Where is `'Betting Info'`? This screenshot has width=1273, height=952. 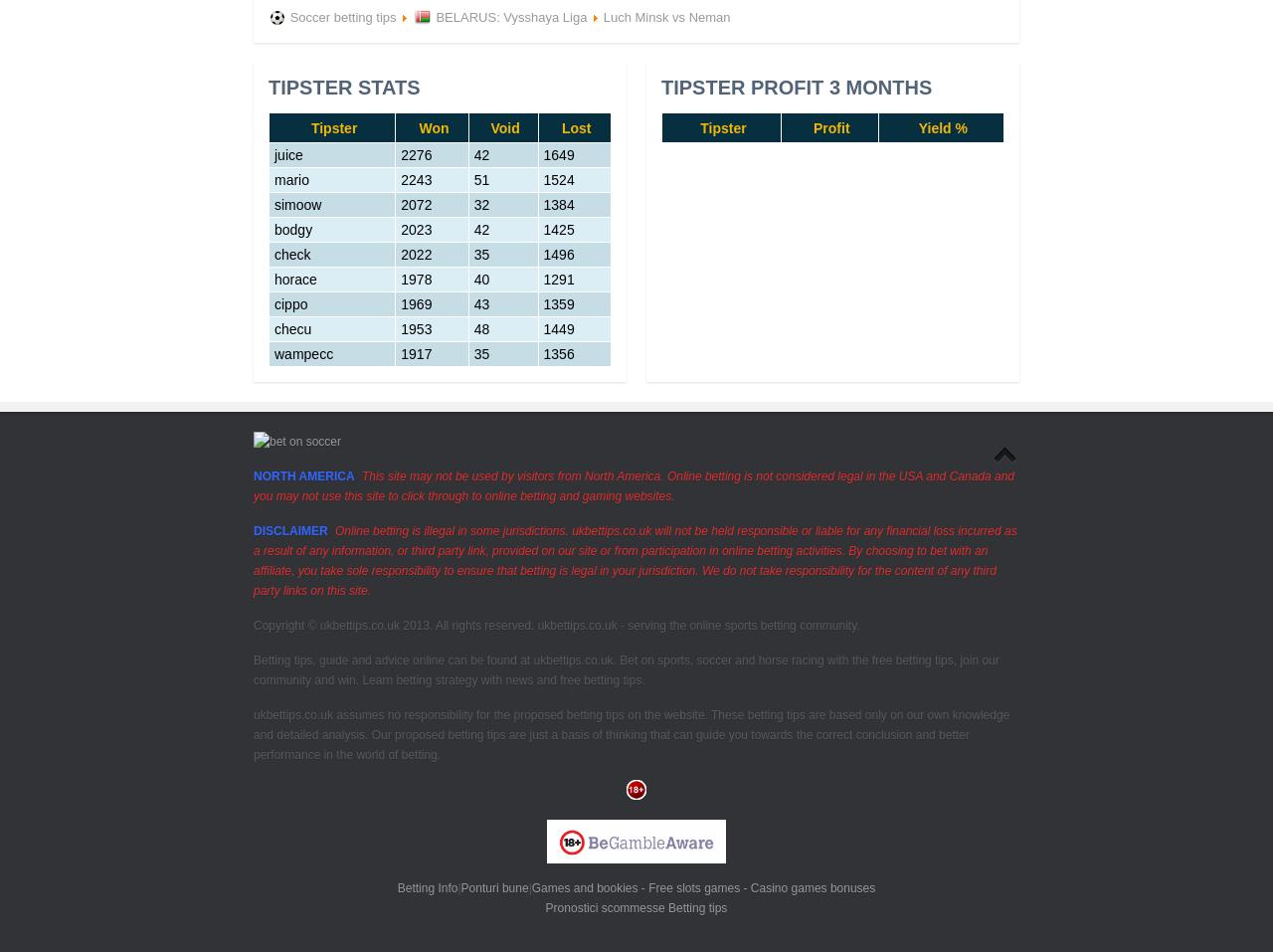 'Betting Info' is located at coordinates (426, 887).